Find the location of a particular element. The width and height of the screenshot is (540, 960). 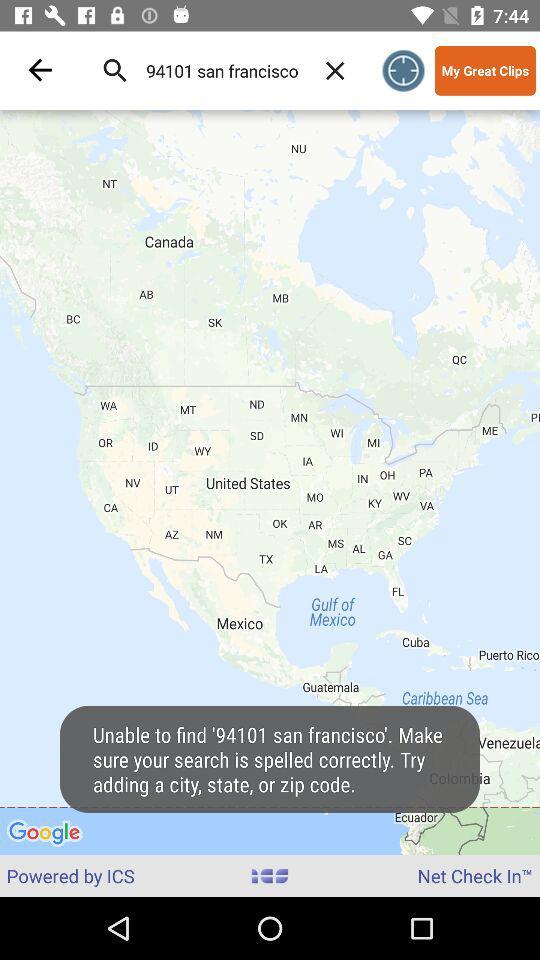

my great clips icon is located at coordinates (484, 70).